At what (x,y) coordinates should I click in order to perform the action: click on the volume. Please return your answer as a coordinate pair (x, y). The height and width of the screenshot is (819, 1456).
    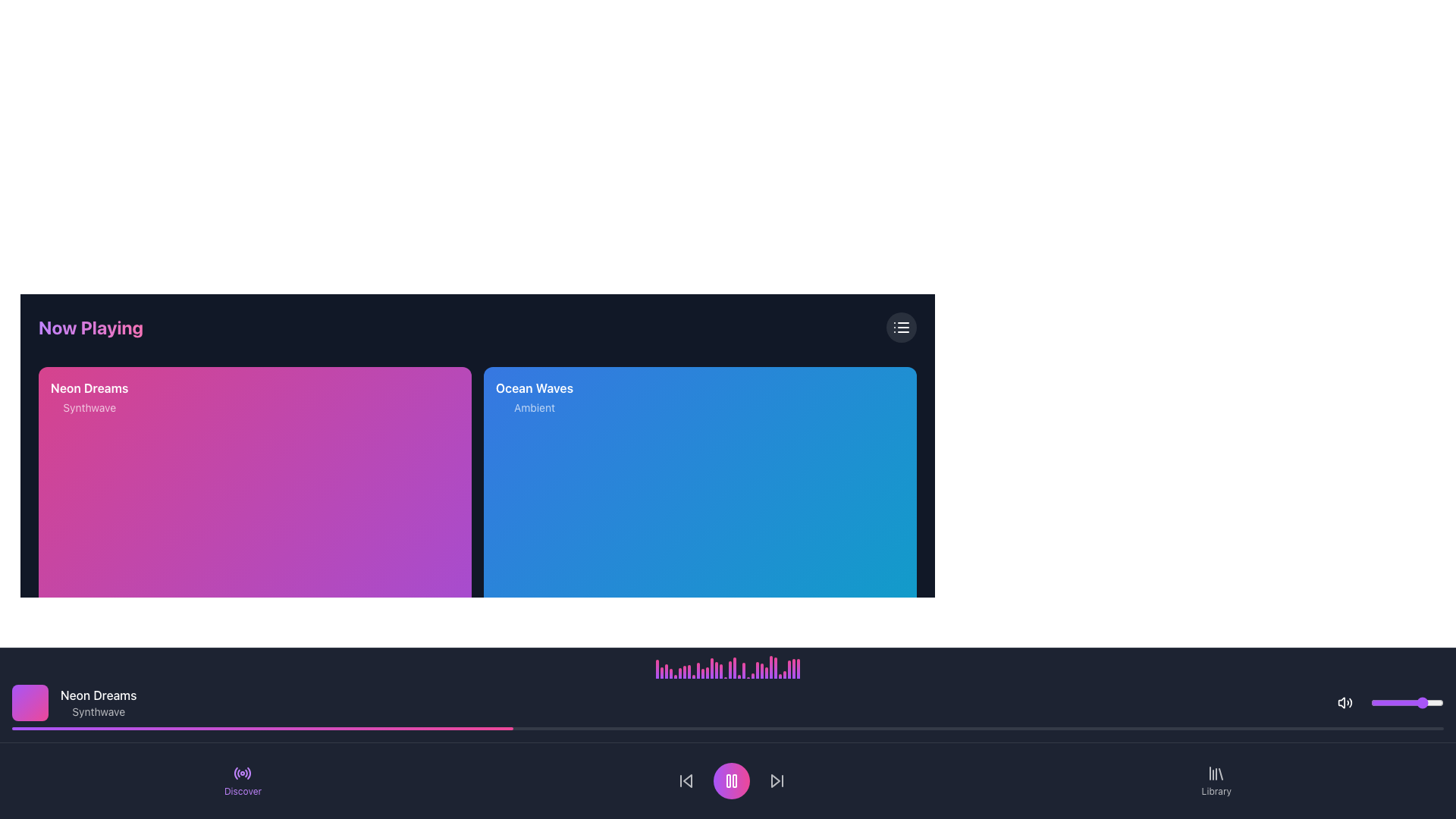
    Looking at the image, I should click on (1420, 702).